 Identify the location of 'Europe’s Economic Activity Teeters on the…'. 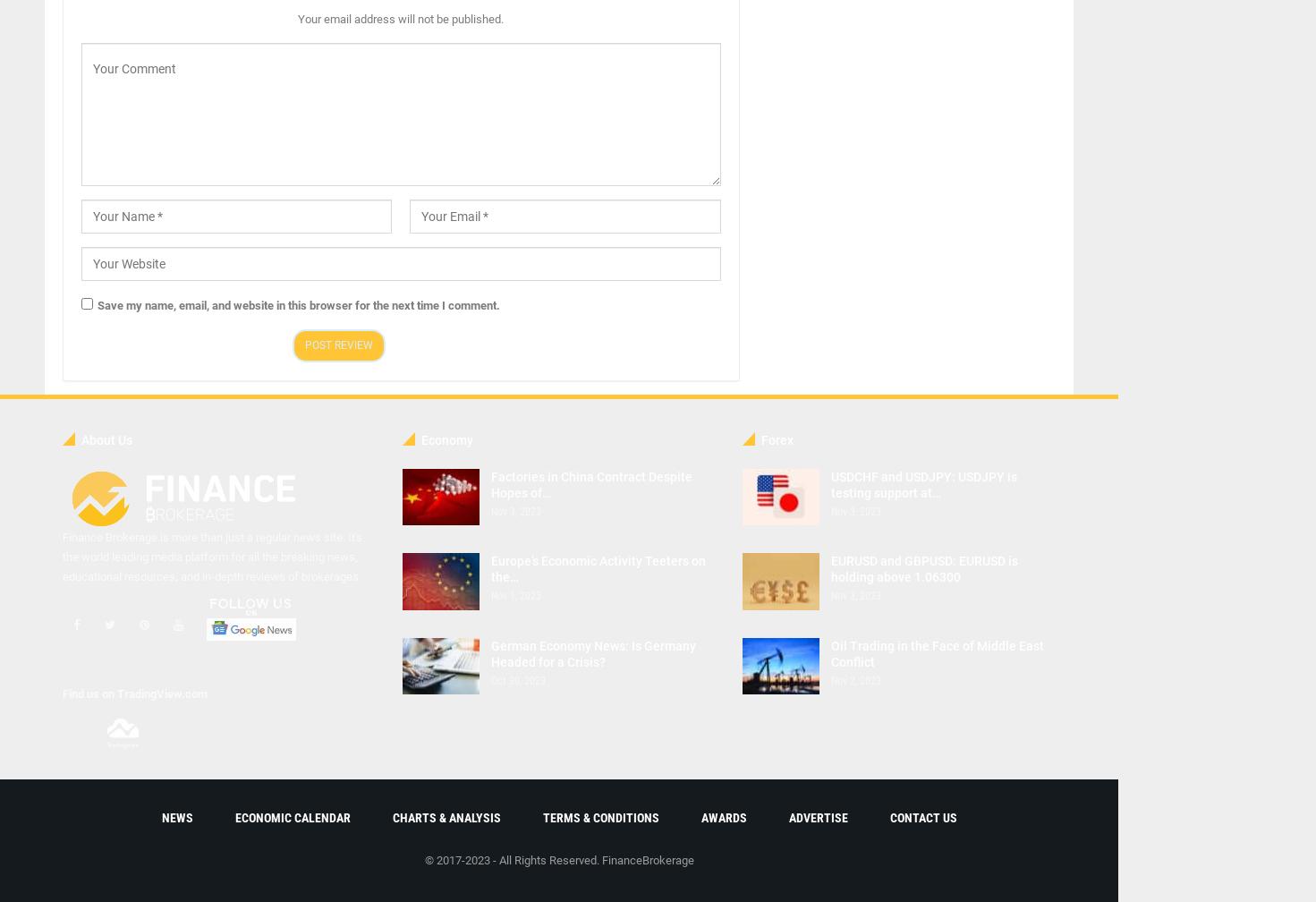
(598, 569).